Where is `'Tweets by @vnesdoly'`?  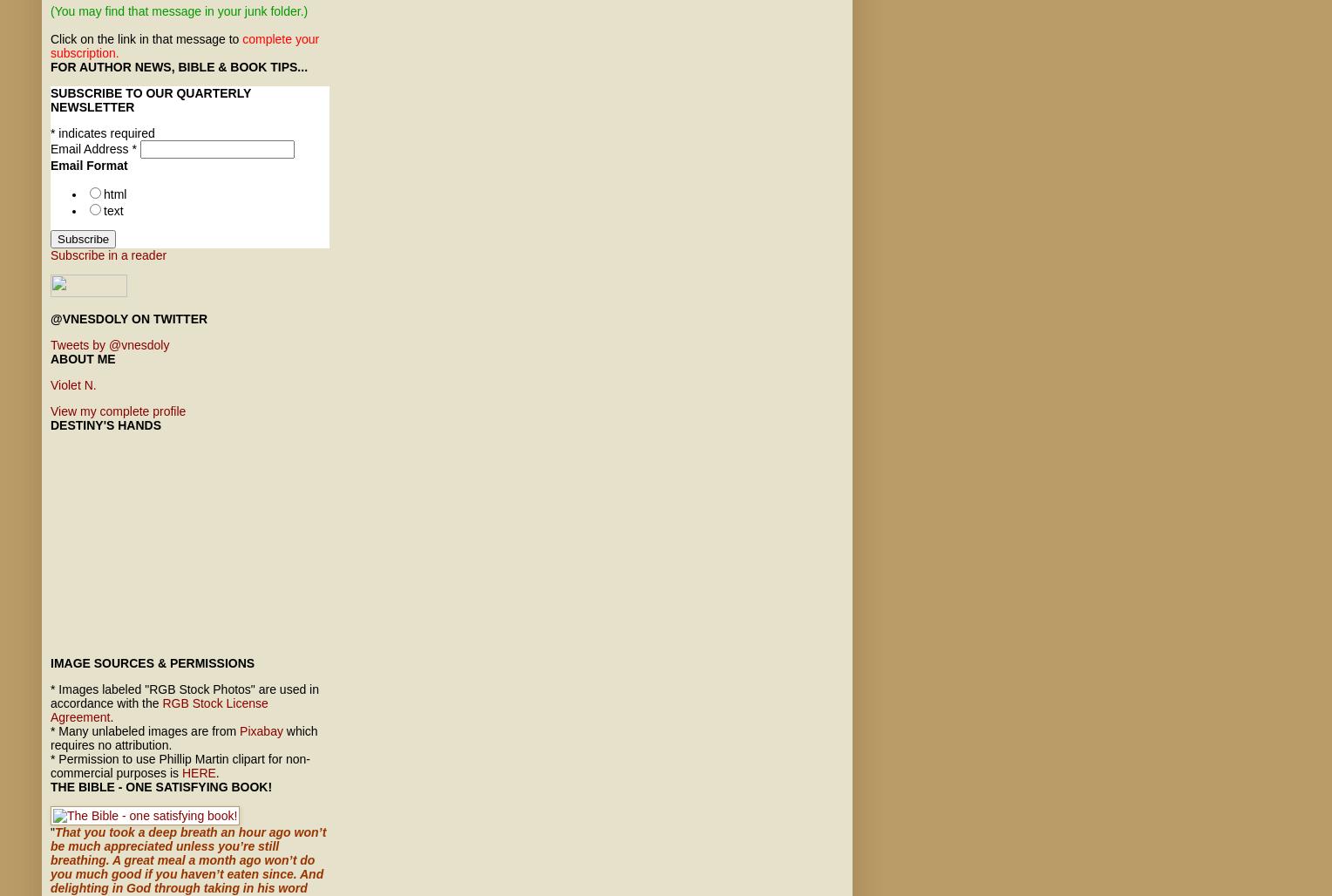
'Tweets by @vnesdoly' is located at coordinates (109, 344).